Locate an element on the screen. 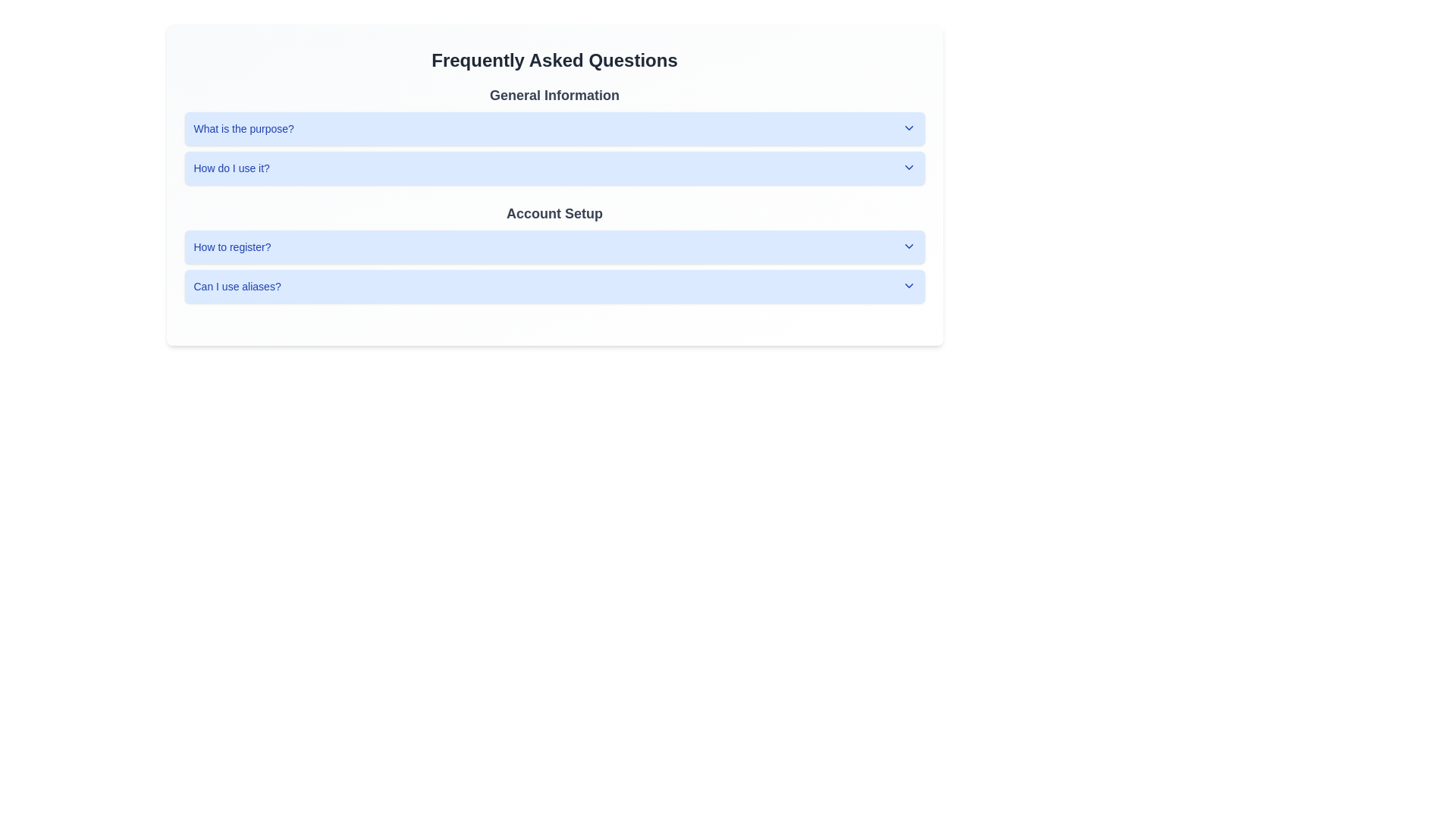  the Collapsible Button located as the second option under the 'General Information' section is located at coordinates (554, 168).